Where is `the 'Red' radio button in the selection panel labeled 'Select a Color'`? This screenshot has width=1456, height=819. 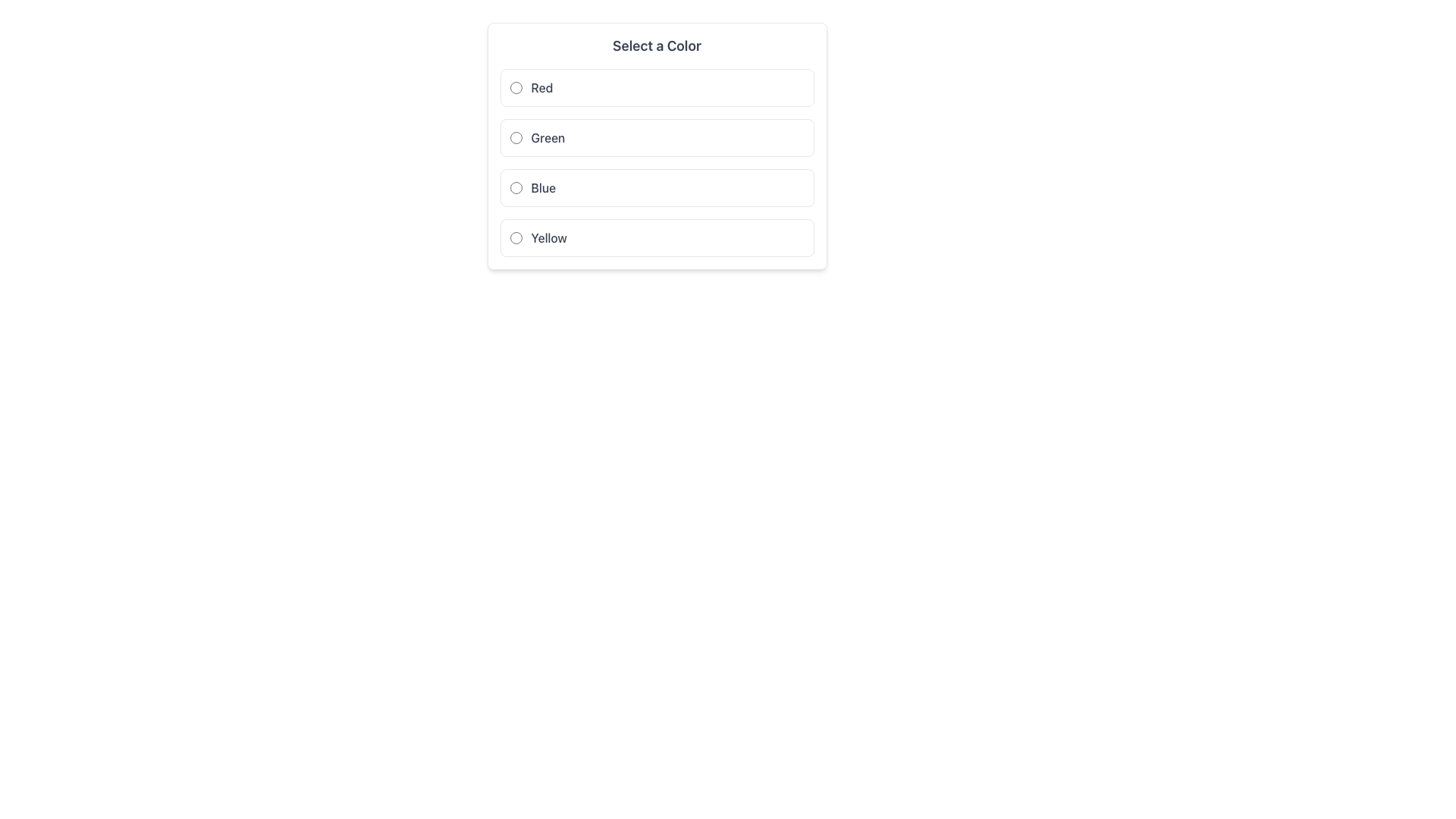
the 'Red' radio button in the selection panel labeled 'Select a Color' is located at coordinates (516, 87).